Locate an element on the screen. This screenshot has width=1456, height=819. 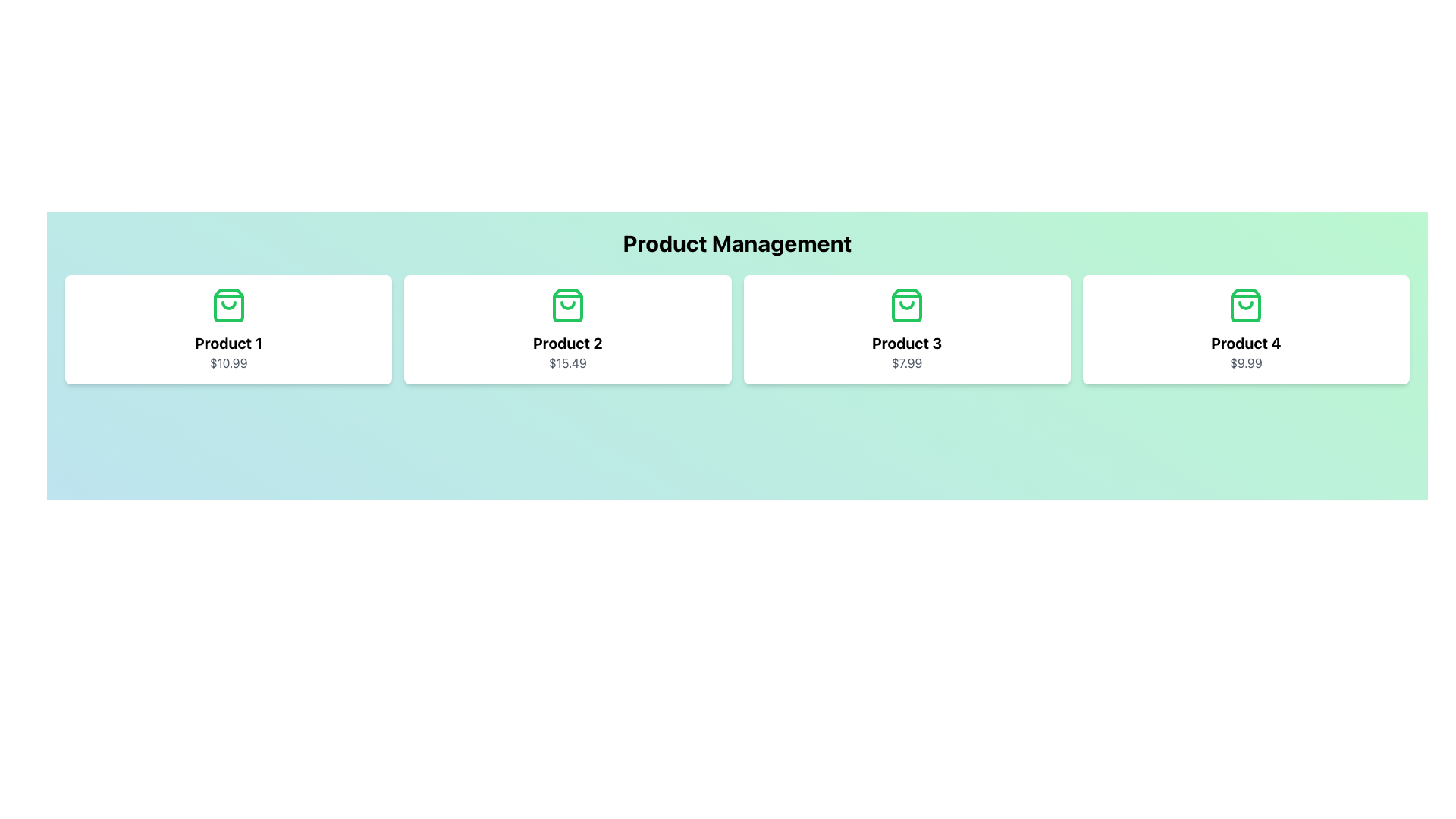
the product display card element located in the third column of a four-item grid layout, which presents product information such as title and price is located at coordinates (907, 329).